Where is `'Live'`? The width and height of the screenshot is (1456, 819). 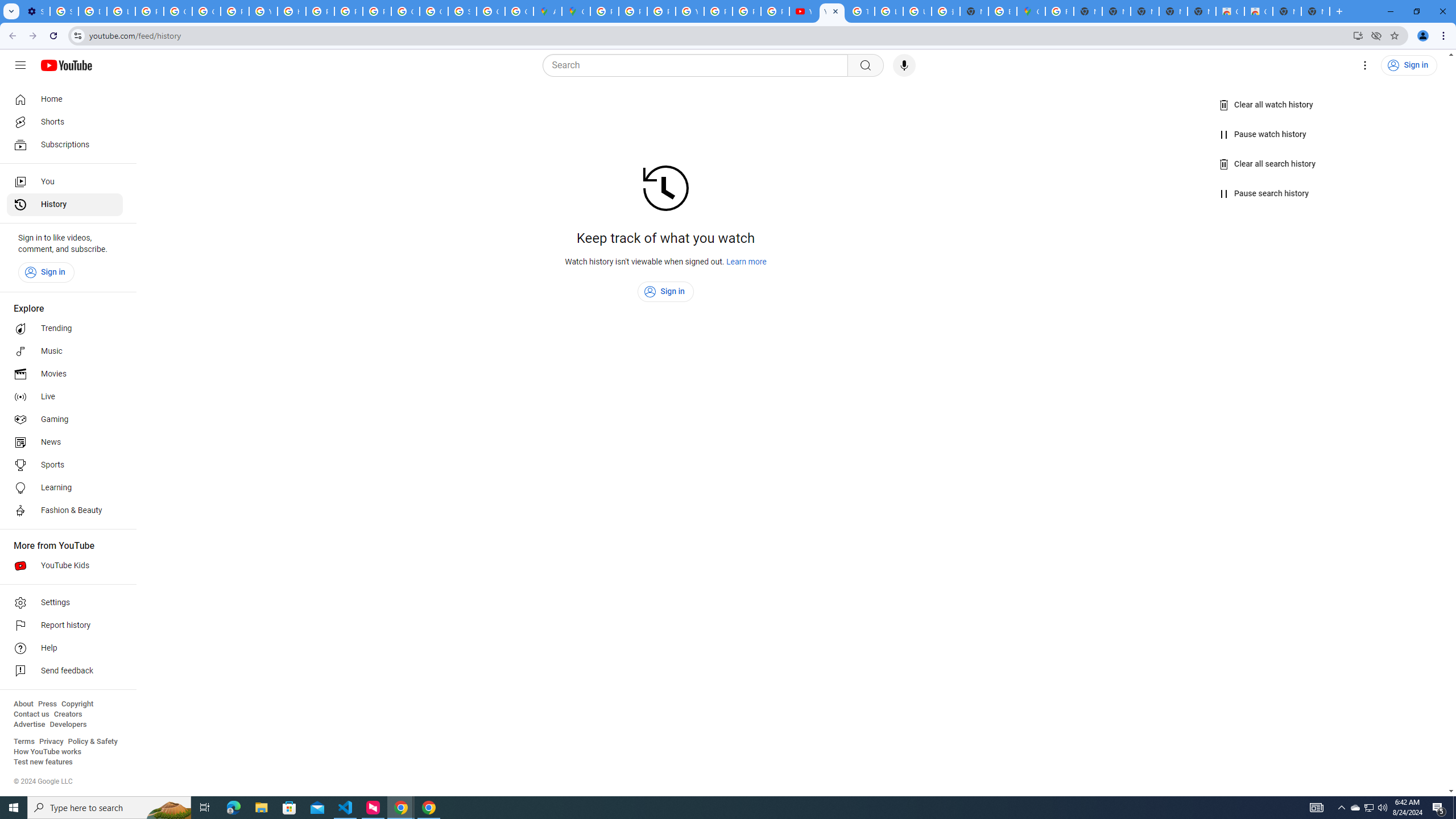 'Live' is located at coordinates (64, 396).